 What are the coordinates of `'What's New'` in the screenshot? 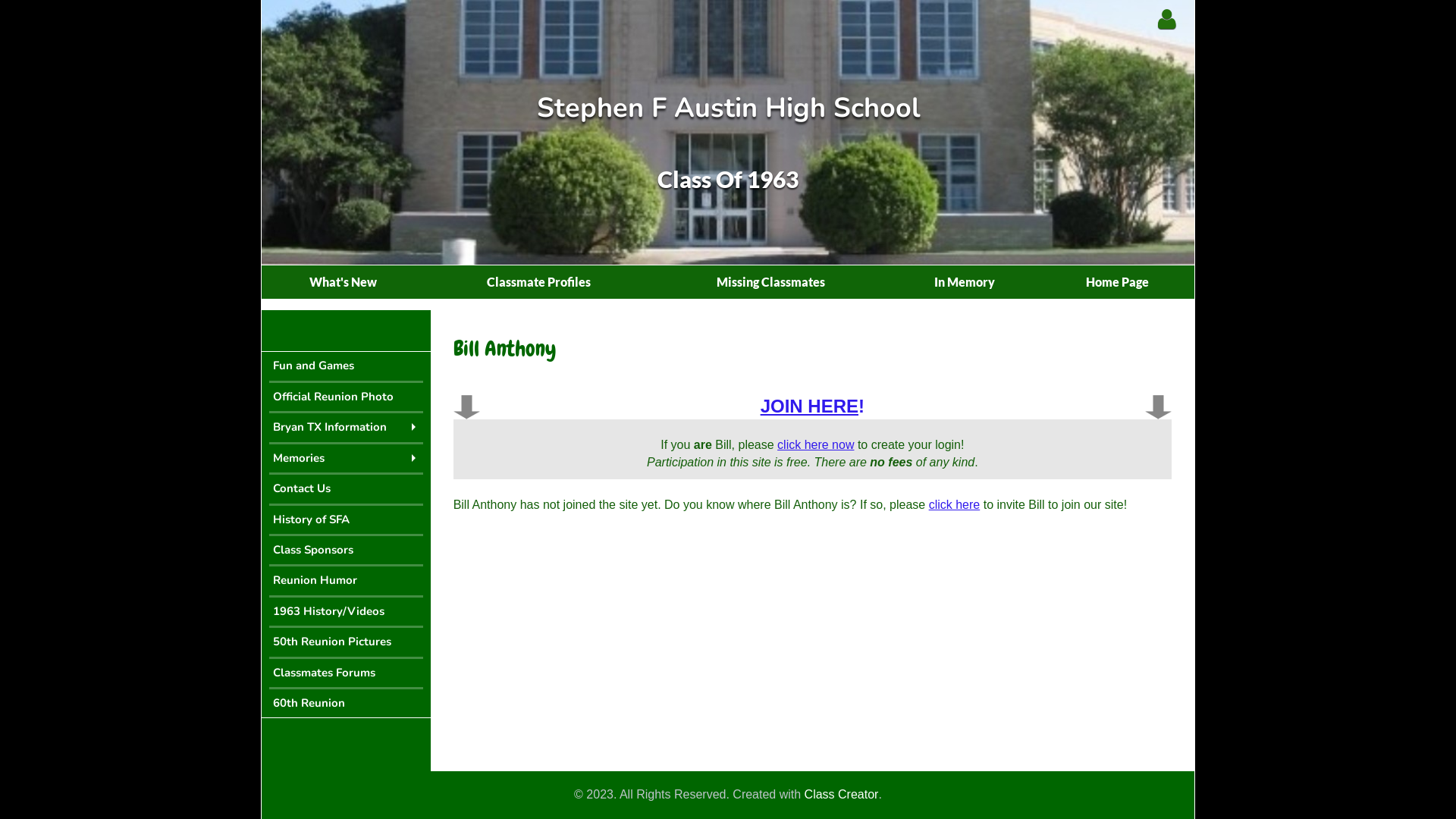 It's located at (342, 281).